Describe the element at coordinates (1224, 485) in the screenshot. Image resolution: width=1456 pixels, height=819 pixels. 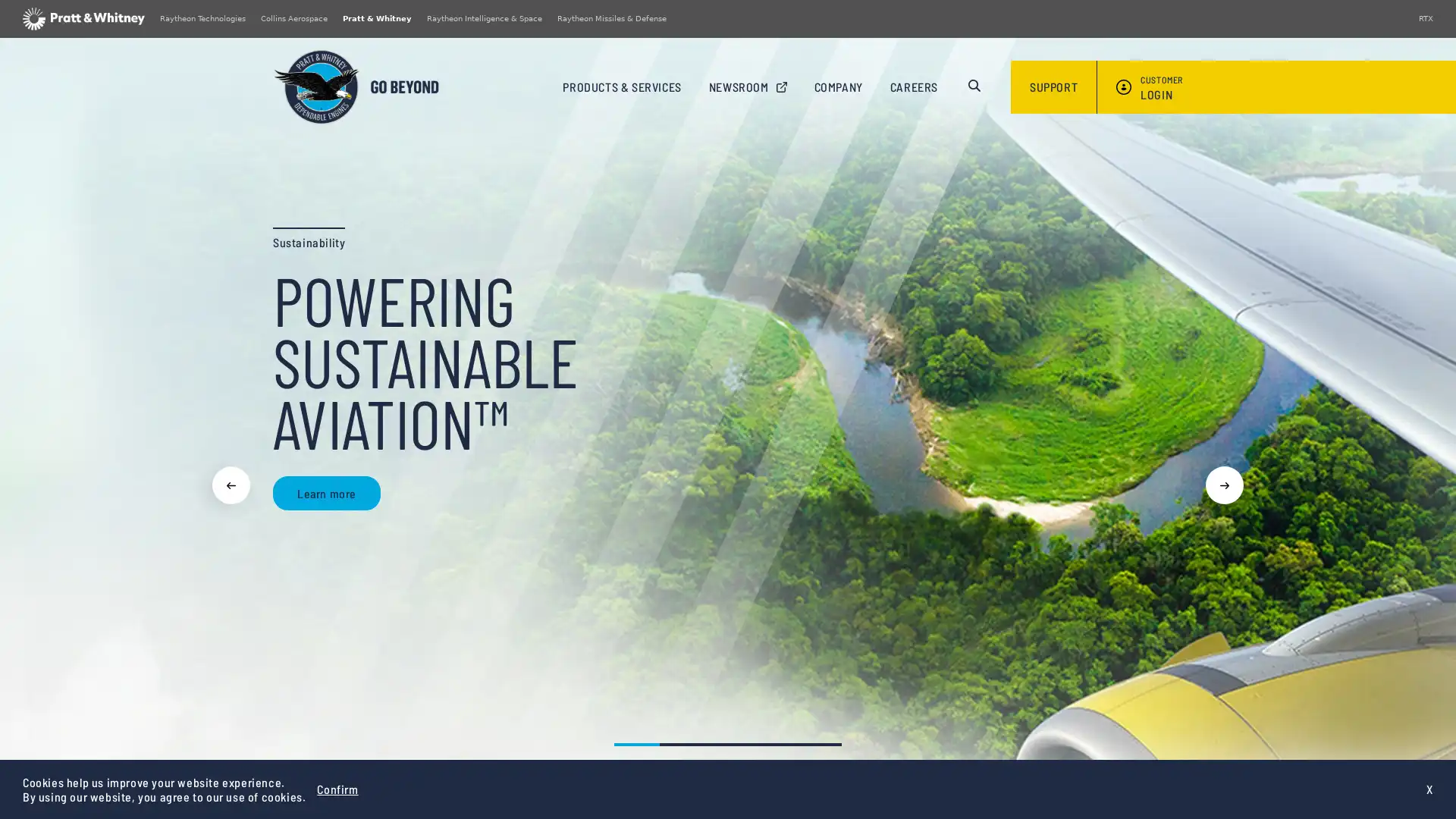
I see `Next slide` at that location.